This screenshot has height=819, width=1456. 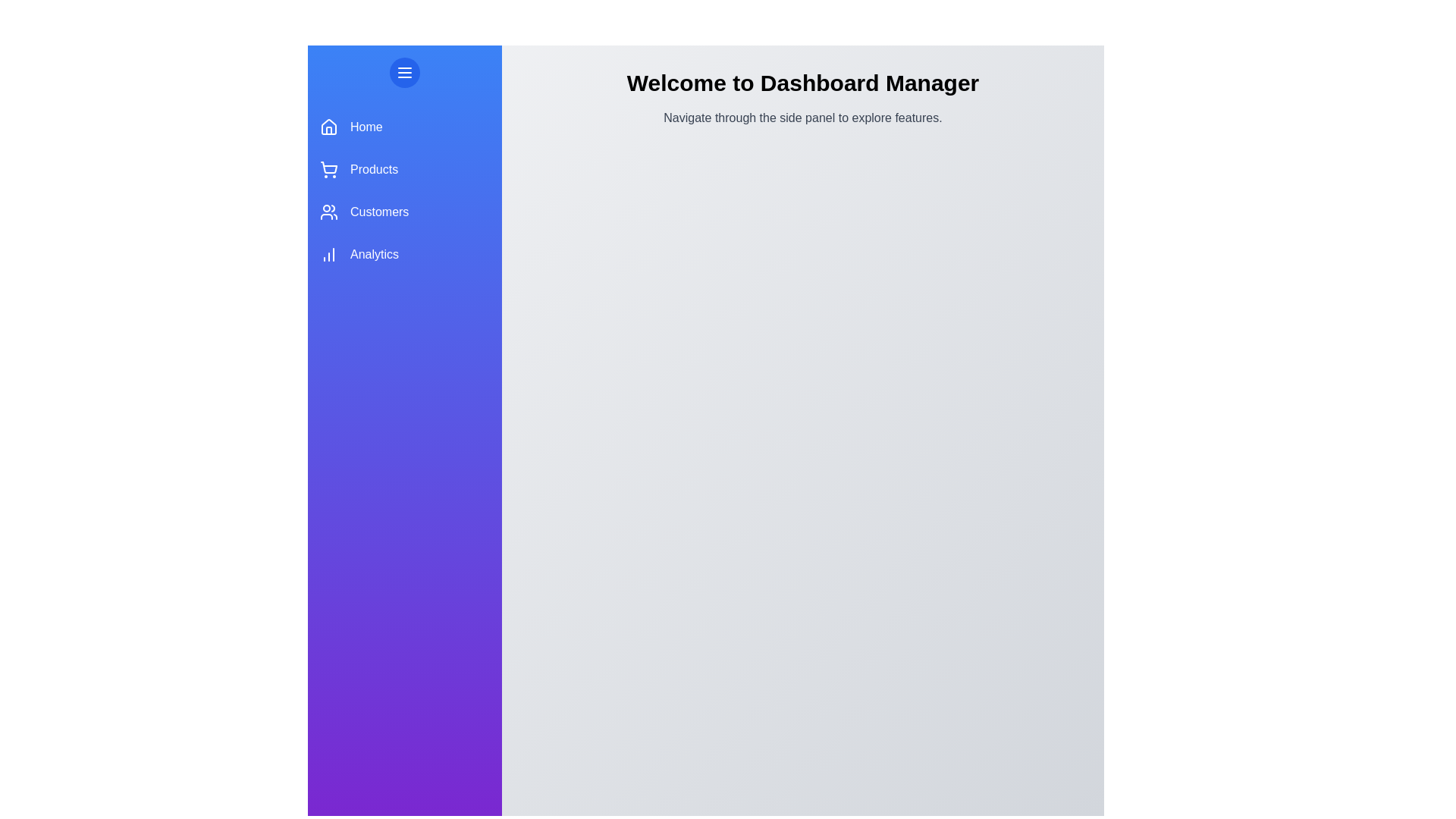 I want to click on the menu button to toggle the drawer, so click(x=404, y=73).